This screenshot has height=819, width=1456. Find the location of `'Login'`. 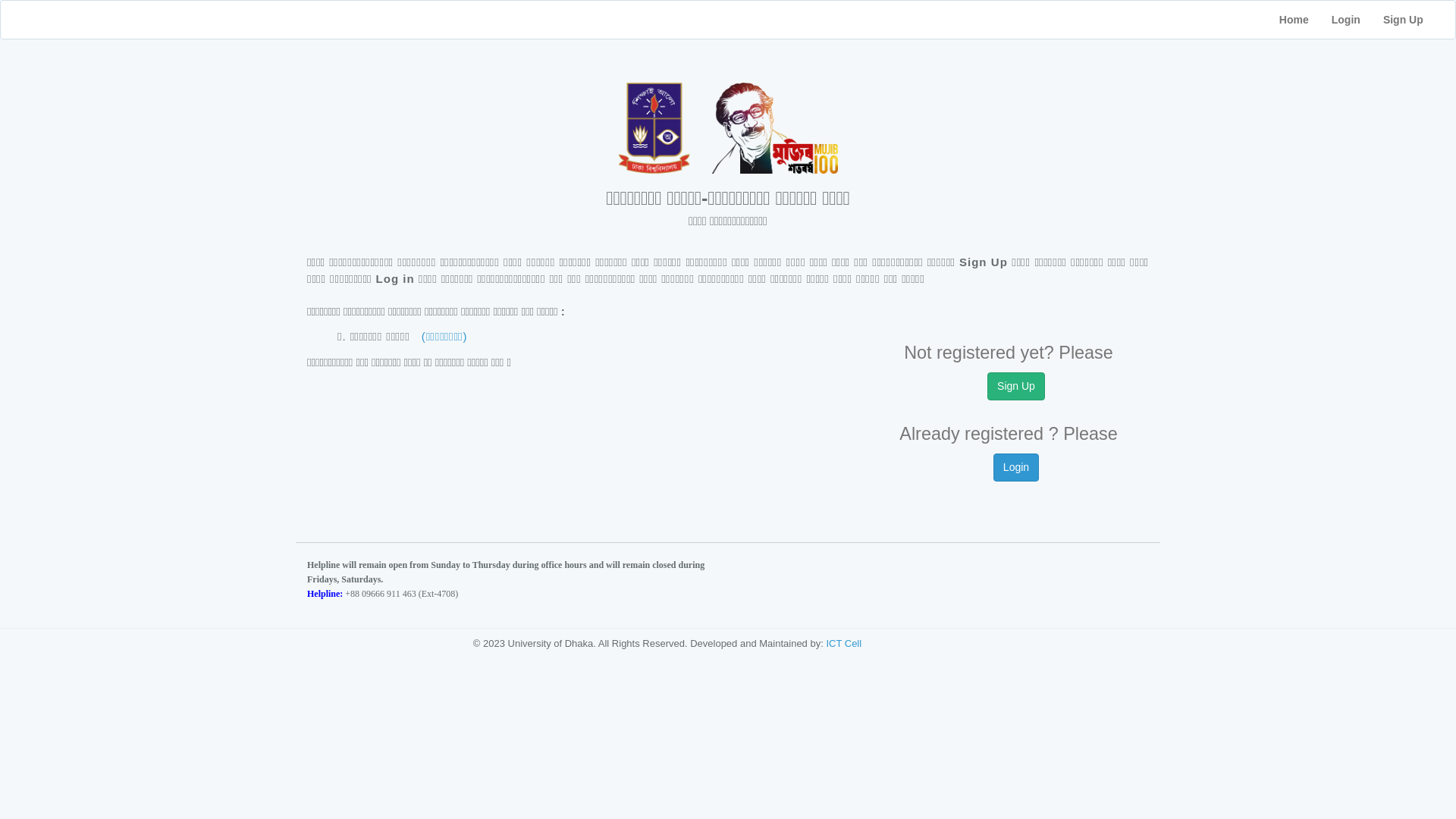

'Login' is located at coordinates (1319, 20).